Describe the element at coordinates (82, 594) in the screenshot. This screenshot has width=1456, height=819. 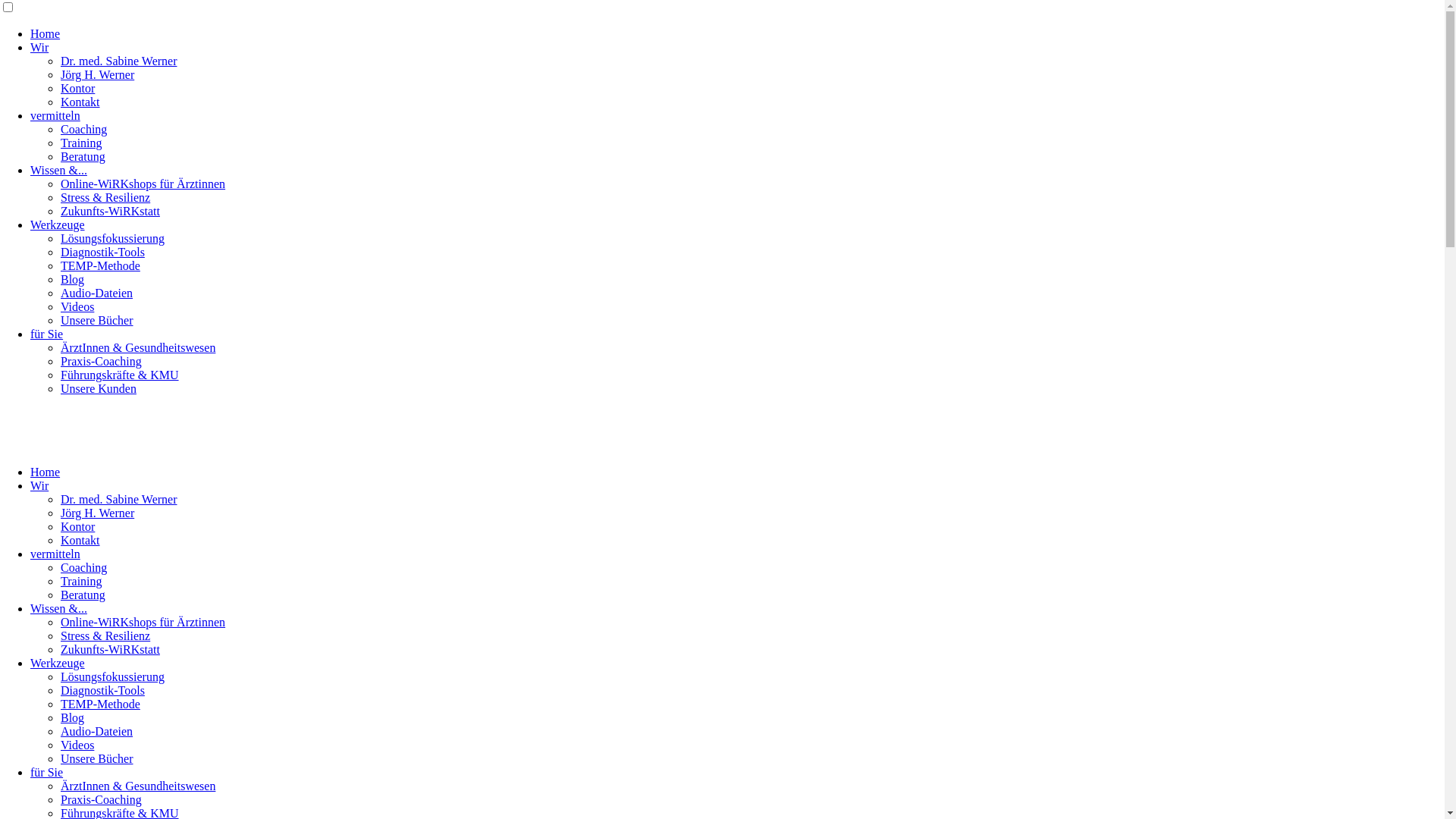
I see `'Beratung'` at that location.